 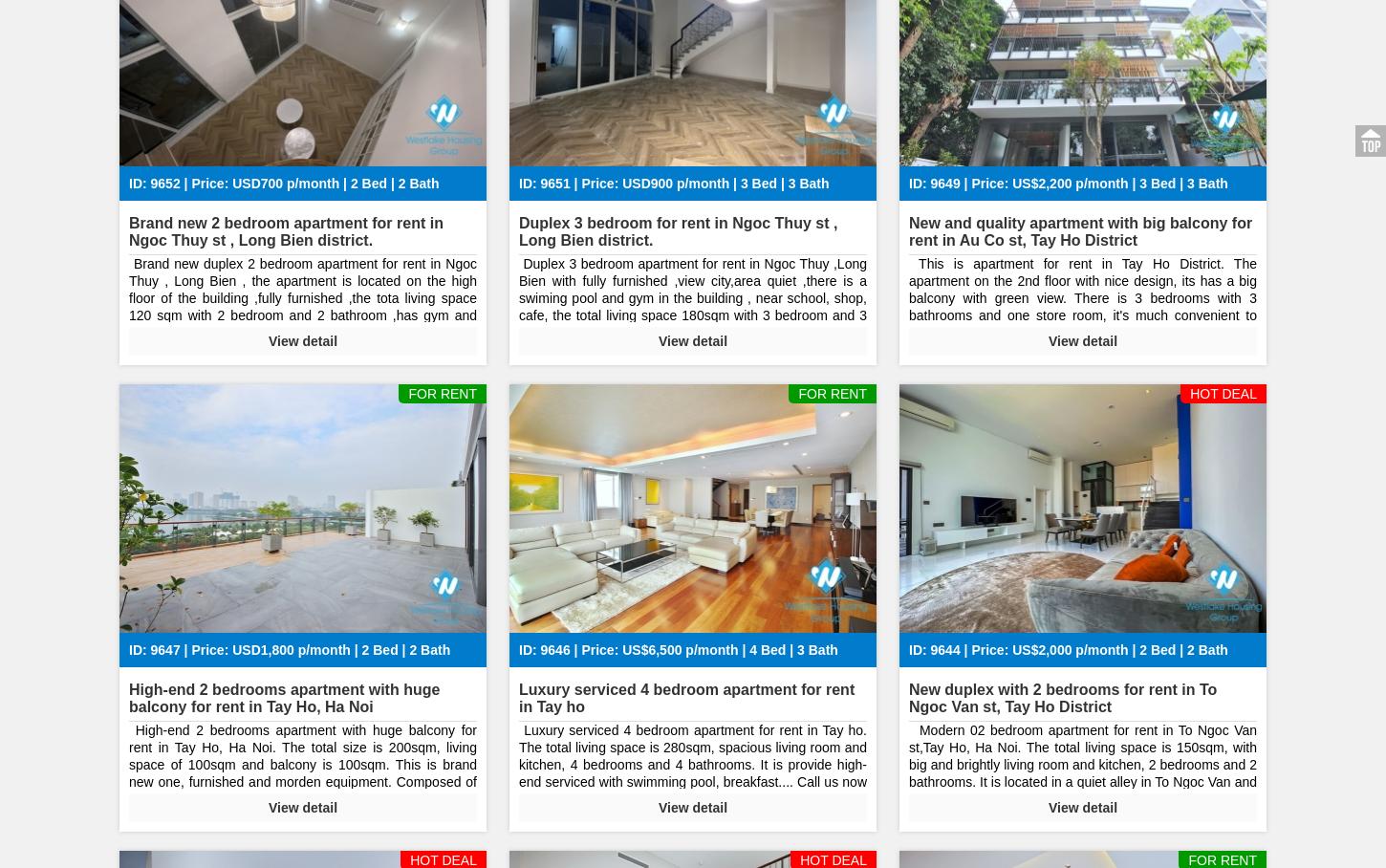 What do you see at coordinates (1082, 772) in the screenshot?
I see `'Modern 02 bedroom apartment for rent in To Ngoc Van st,Tay Ho, Ha Noi. The total living space is 150sqm, with big and brightly living room and kitchen, 2 bedrooms and 2 bathrooms. It is located in a quiet alley in To Ngoc Van and very convenient walking to the shops, restaurant and westlake!
Call us now for more information.'` at bounding box center [1082, 772].